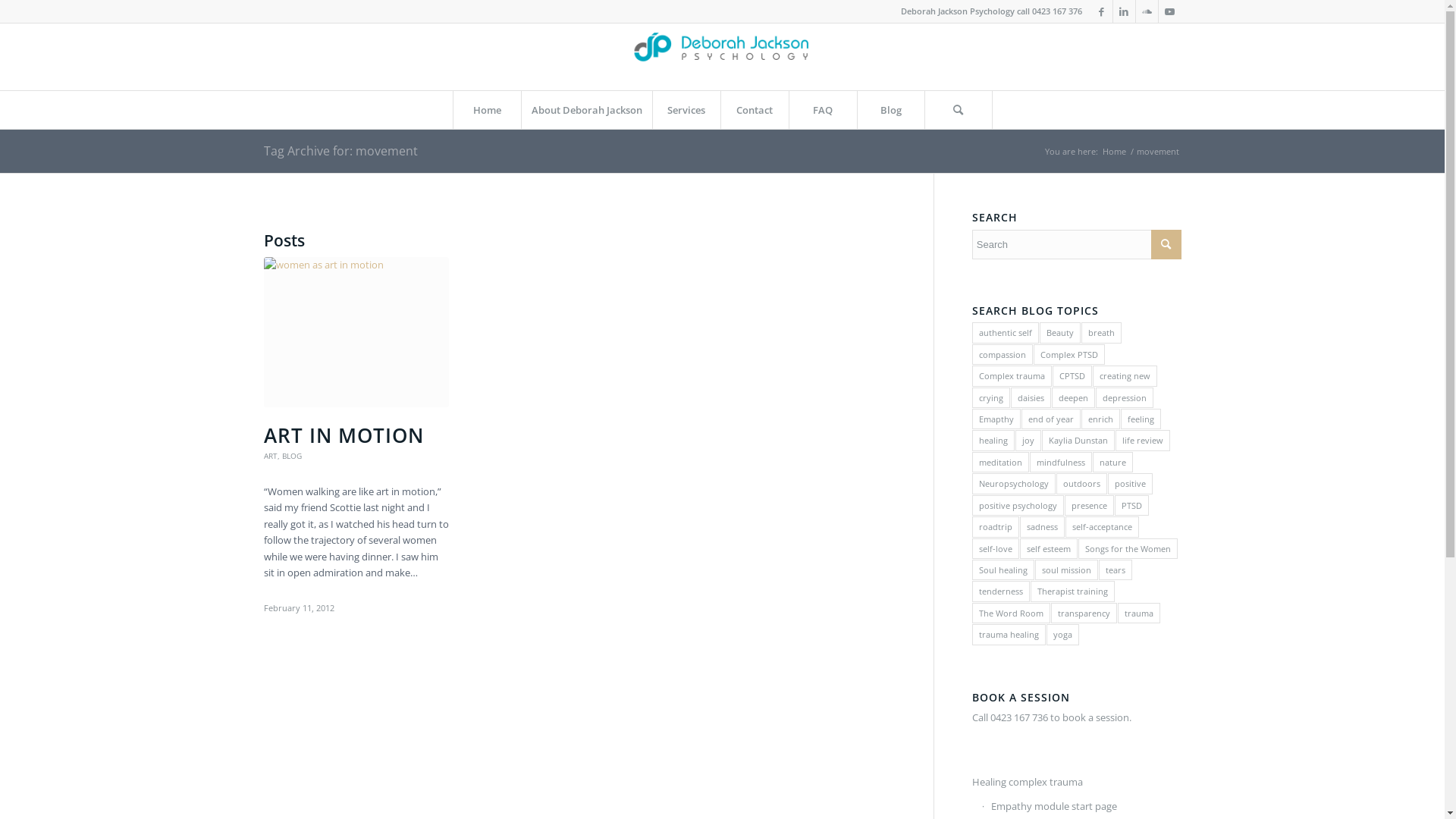 The height and width of the screenshot is (819, 1456). What do you see at coordinates (1041, 526) in the screenshot?
I see `'sadness'` at bounding box center [1041, 526].